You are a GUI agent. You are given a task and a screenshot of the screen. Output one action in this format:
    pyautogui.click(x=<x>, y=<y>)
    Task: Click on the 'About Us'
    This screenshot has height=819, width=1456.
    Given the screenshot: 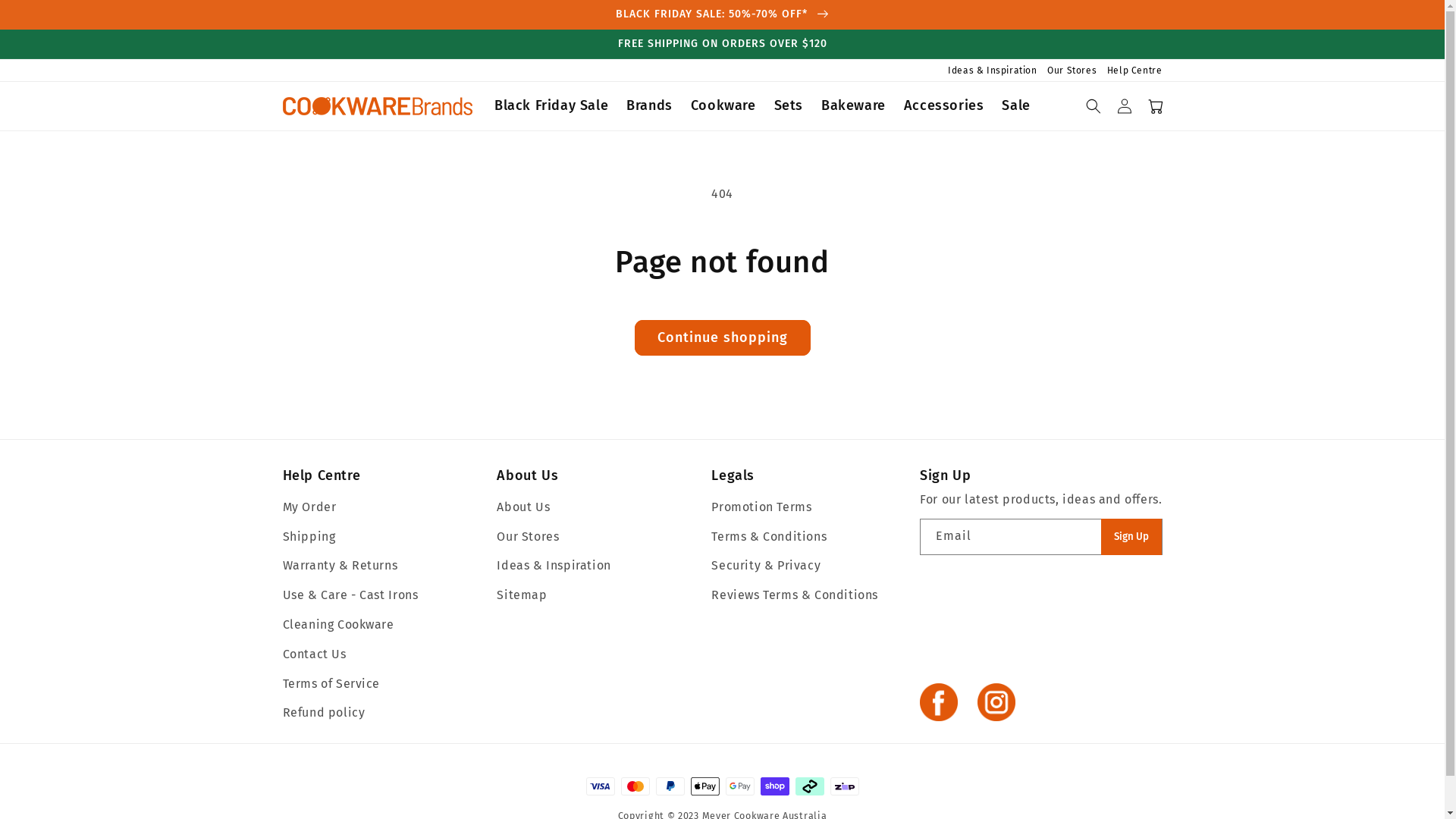 What is the action you would take?
    pyautogui.click(x=600, y=475)
    